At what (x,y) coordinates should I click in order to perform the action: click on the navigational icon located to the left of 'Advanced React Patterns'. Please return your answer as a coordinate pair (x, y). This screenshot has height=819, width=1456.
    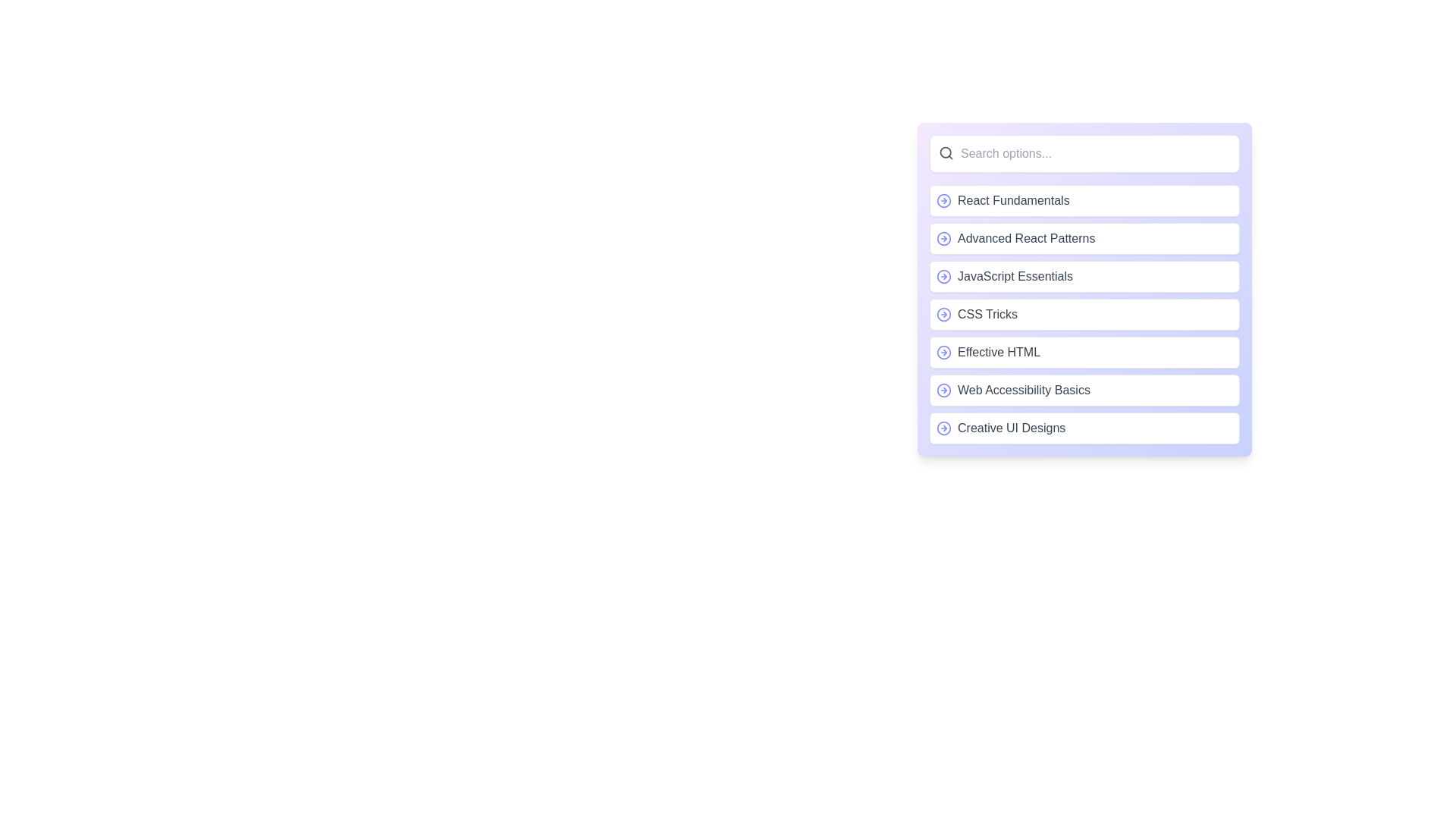
    Looking at the image, I should click on (943, 239).